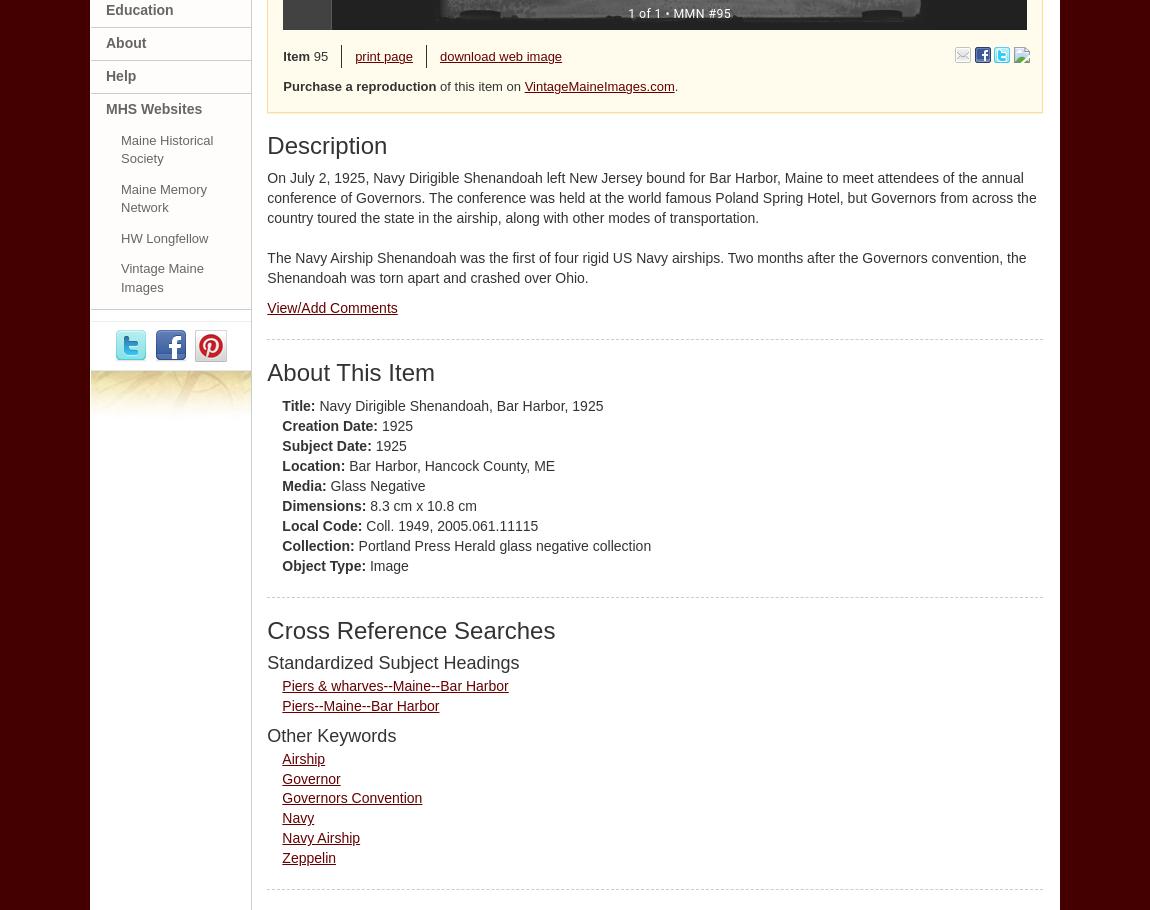  Describe the element at coordinates (359, 85) in the screenshot. I see `'Purchase a reproduction'` at that location.